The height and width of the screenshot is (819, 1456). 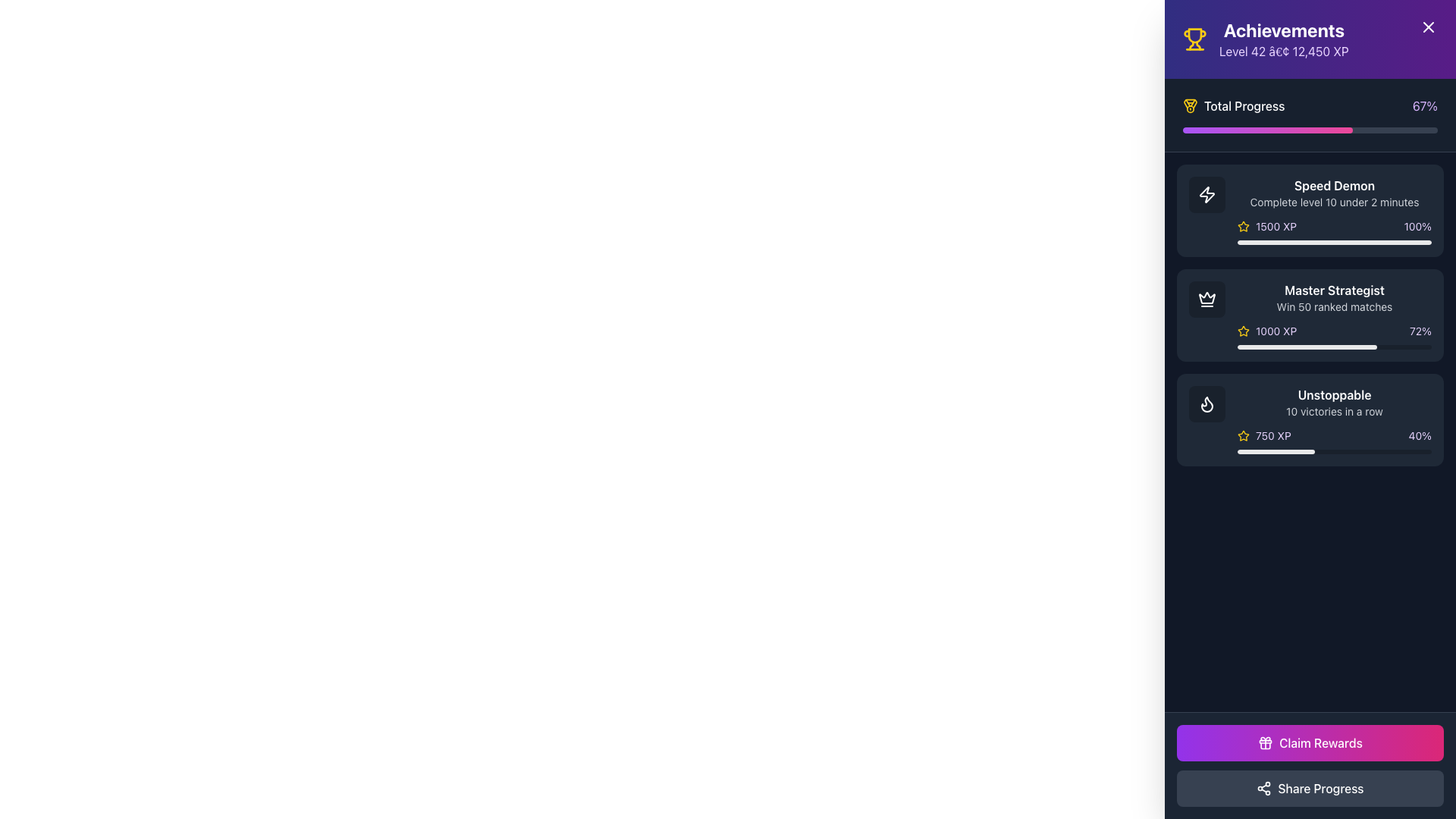 I want to click on the Achievement card UI component that displays the name, description, XP reward, and completion percentage, located between the 'Speed Demon' and 'Unstoppable' achievements in the Achievements panel, so click(x=1310, y=315).